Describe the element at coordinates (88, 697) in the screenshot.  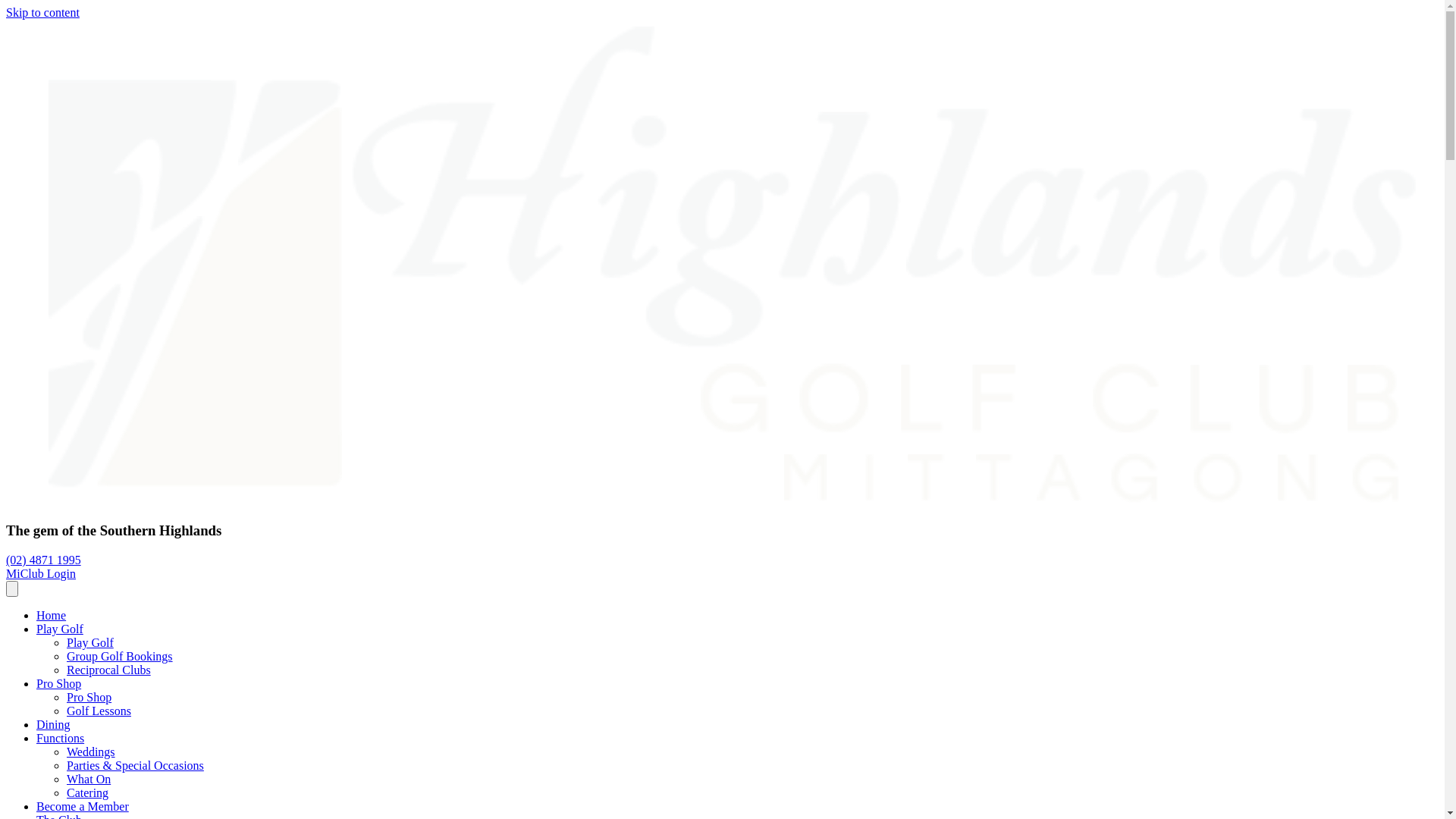
I see `'Pro Shop'` at that location.